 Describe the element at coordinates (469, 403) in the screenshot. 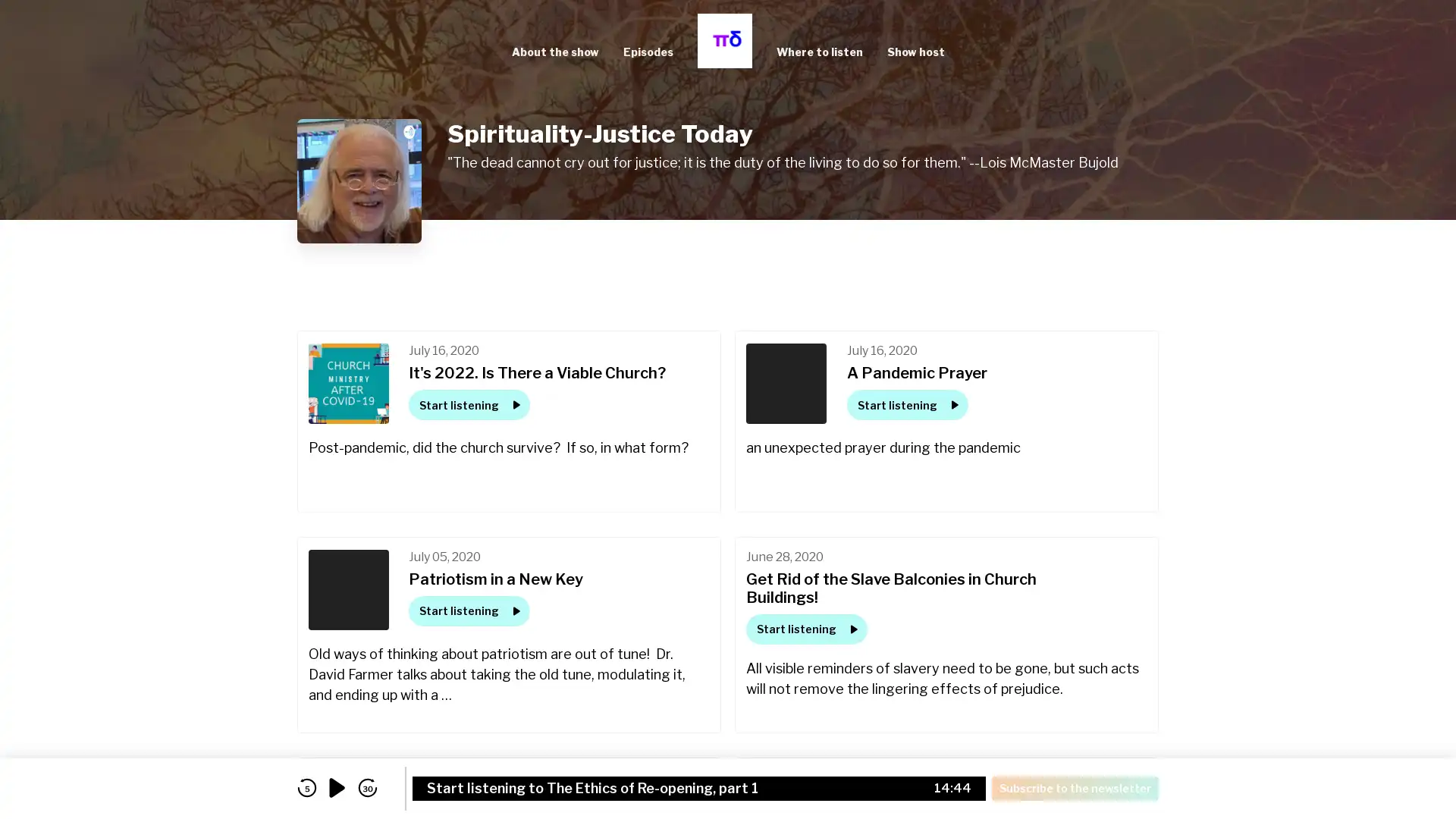

I see `Start listening` at that location.